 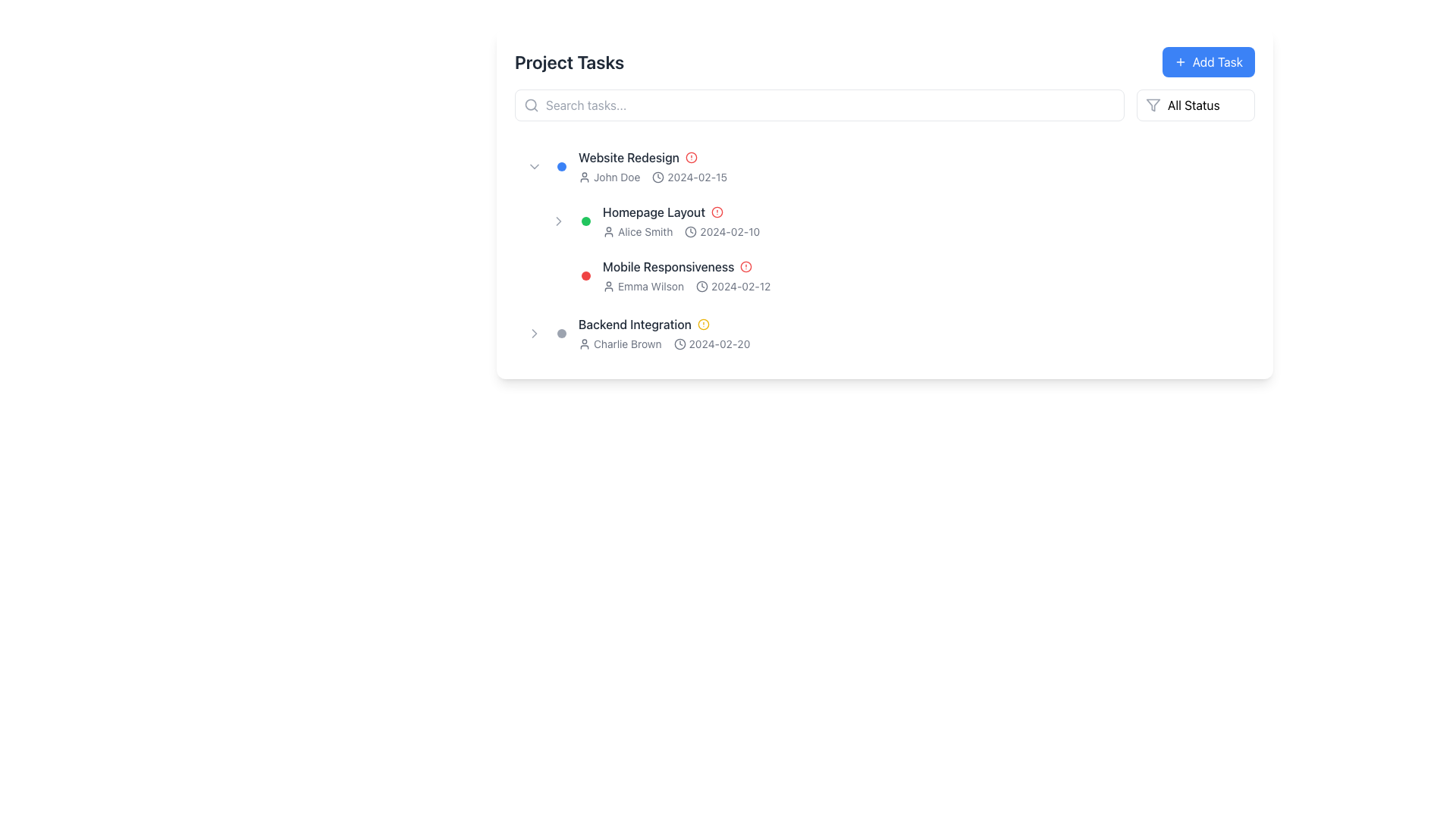 What do you see at coordinates (638, 231) in the screenshot?
I see `the information displayed in the label showing 'Alice Smith' with the inline user icon, located in the row of the 'Homepage Layout' task` at bounding box center [638, 231].